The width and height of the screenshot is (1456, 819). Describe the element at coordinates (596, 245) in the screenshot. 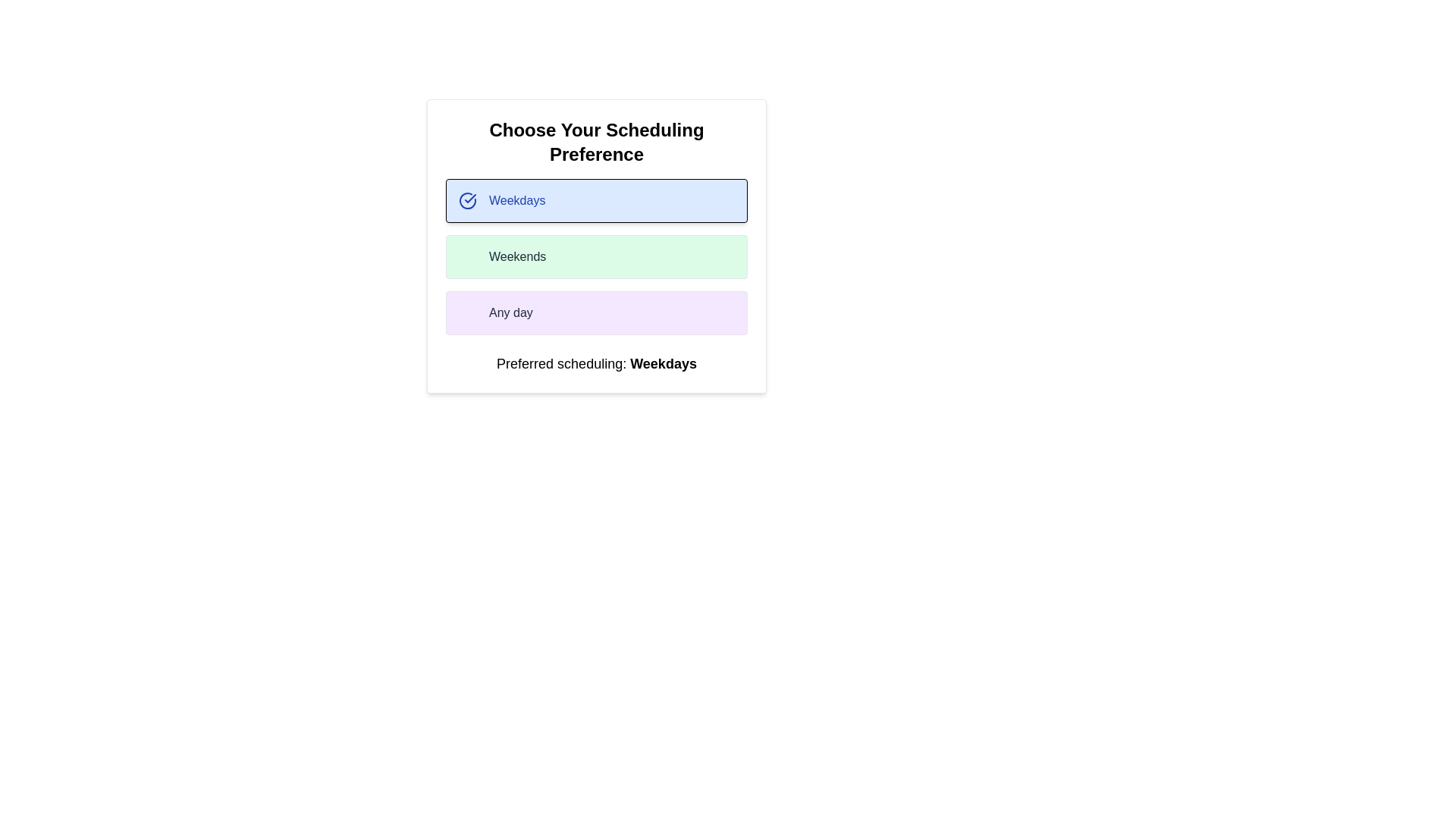

I see `the green 'Weekends' button, which is the second button in a vertical stack of three buttons` at that location.